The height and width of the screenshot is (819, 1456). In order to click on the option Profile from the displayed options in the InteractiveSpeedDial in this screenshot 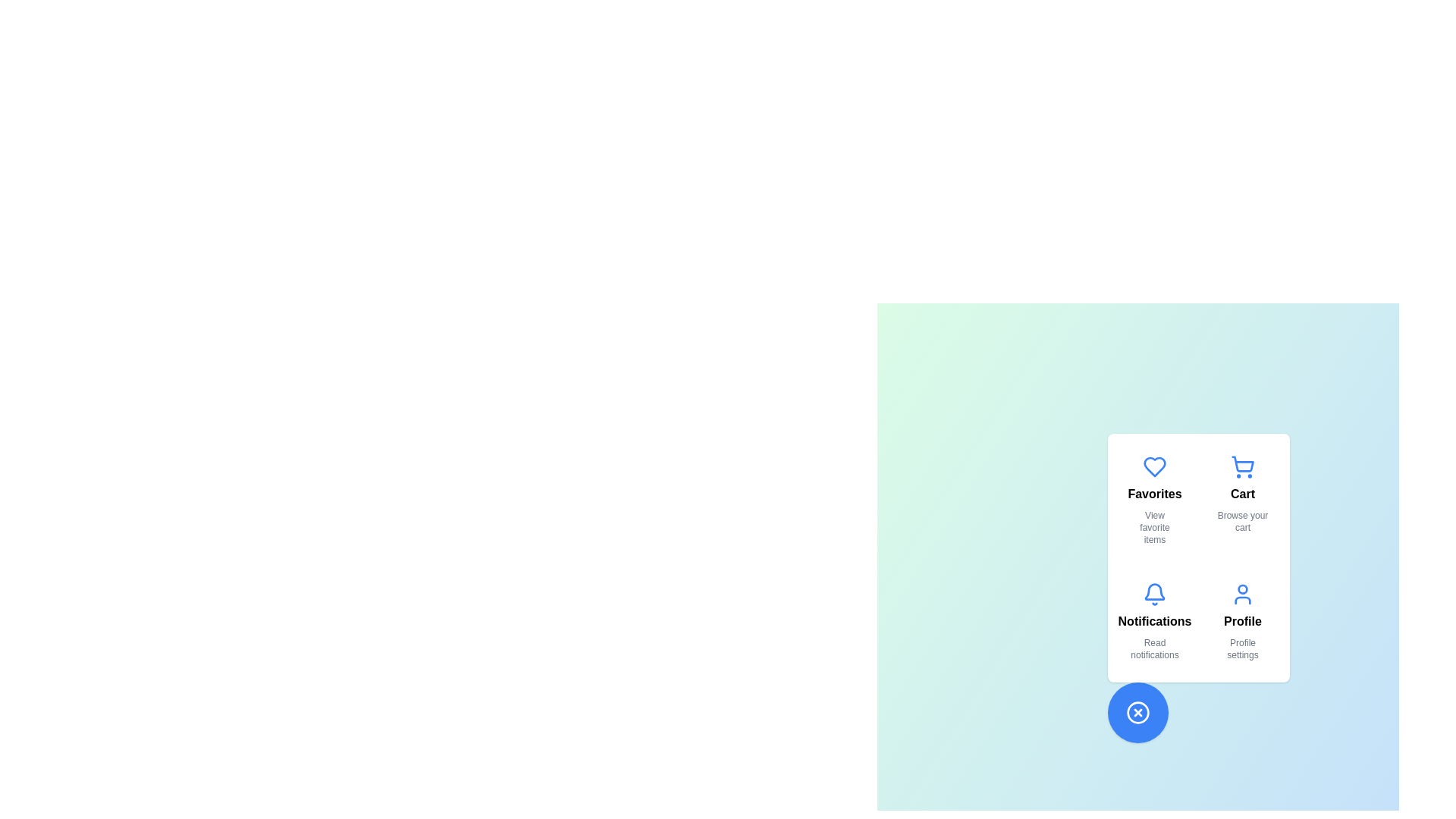, I will do `click(1242, 622)`.